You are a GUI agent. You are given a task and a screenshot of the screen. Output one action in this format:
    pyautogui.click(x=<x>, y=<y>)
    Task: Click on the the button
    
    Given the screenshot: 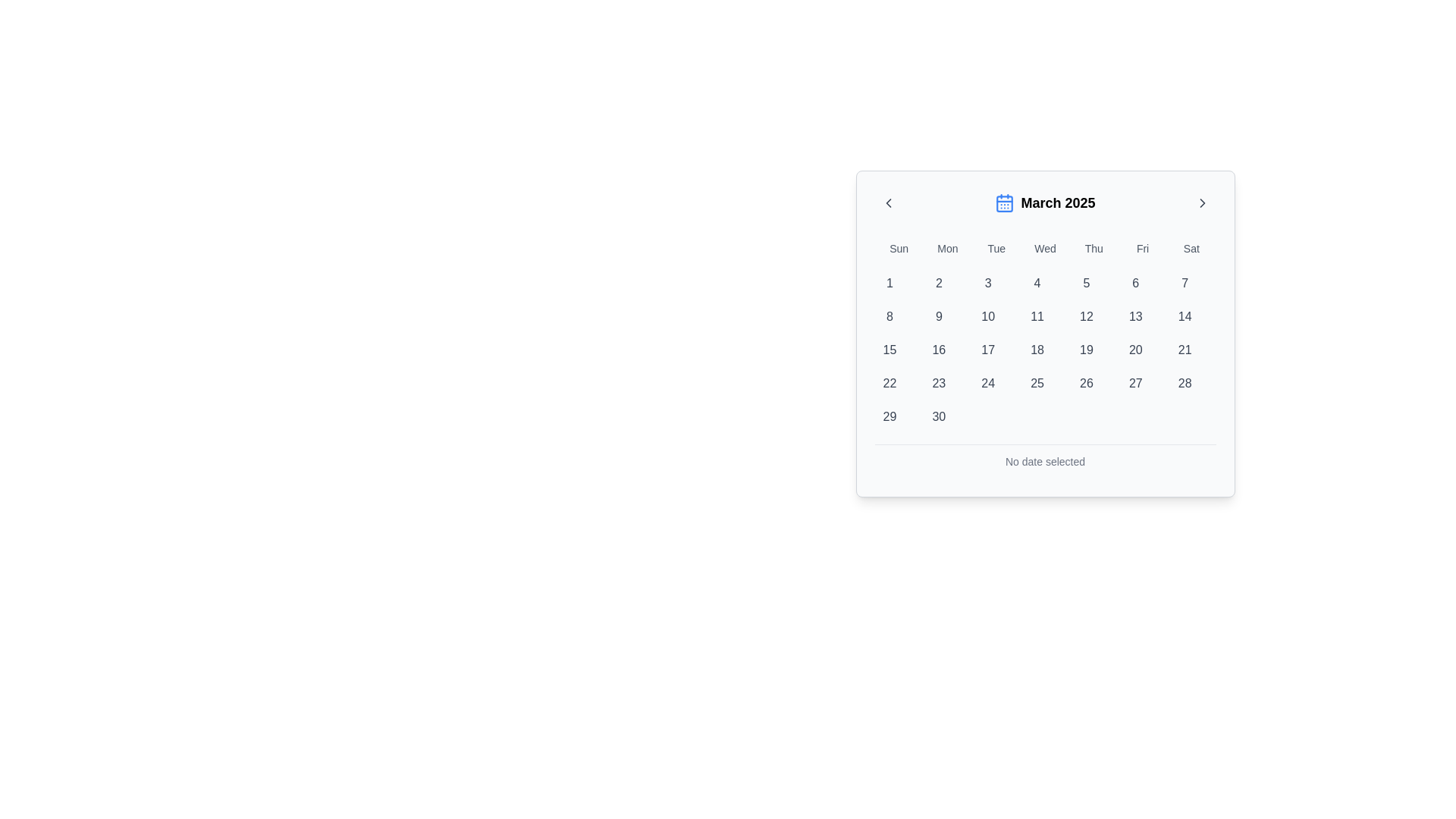 What is the action you would take?
    pyautogui.click(x=1135, y=382)
    